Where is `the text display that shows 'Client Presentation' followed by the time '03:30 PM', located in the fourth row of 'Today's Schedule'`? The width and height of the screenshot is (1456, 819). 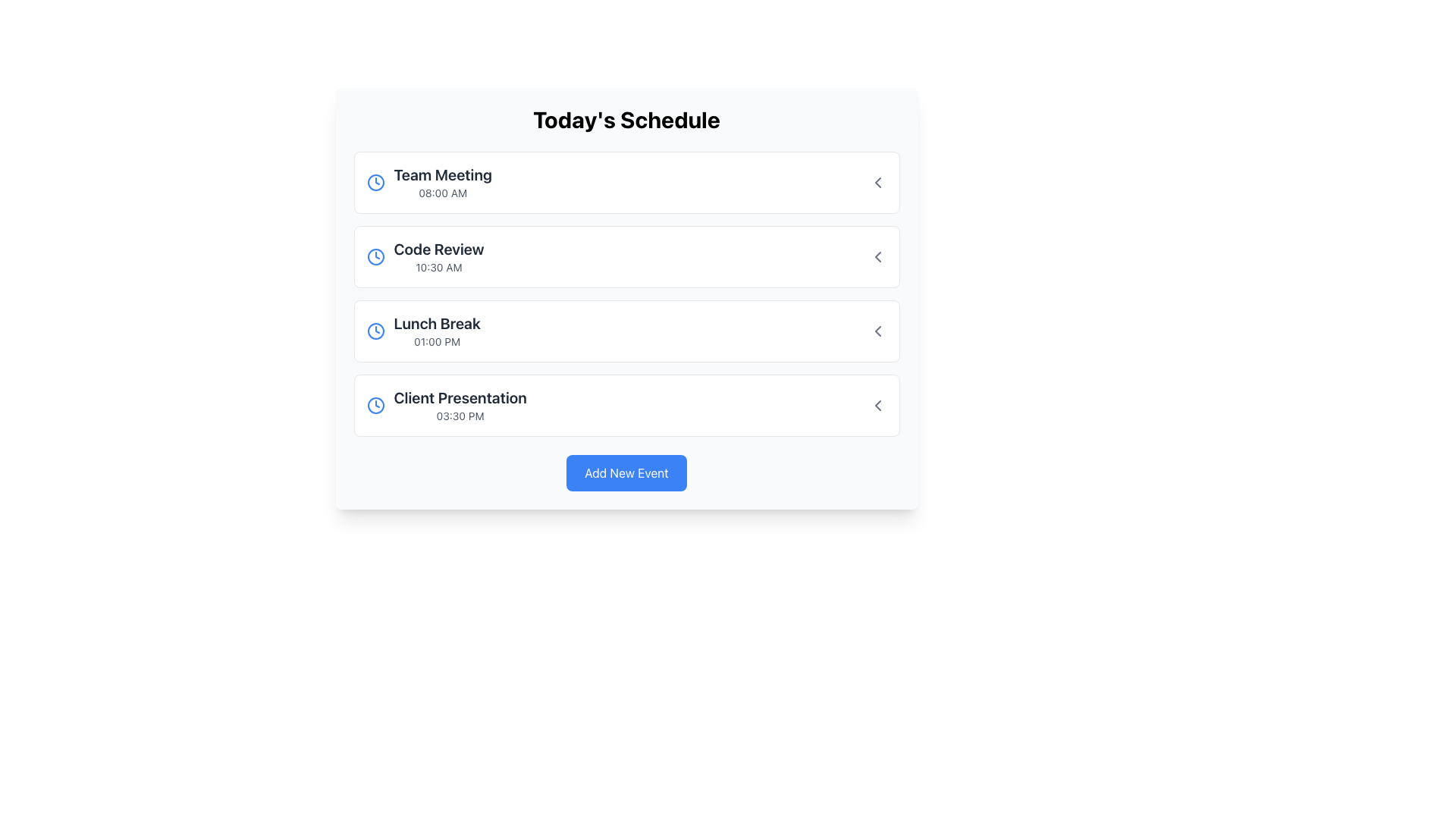
the text display that shows 'Client Presentation' followed by the time '03:30 PM', located in the fourth row of 'Today's Schedule' is located at coordinates (460, 405).